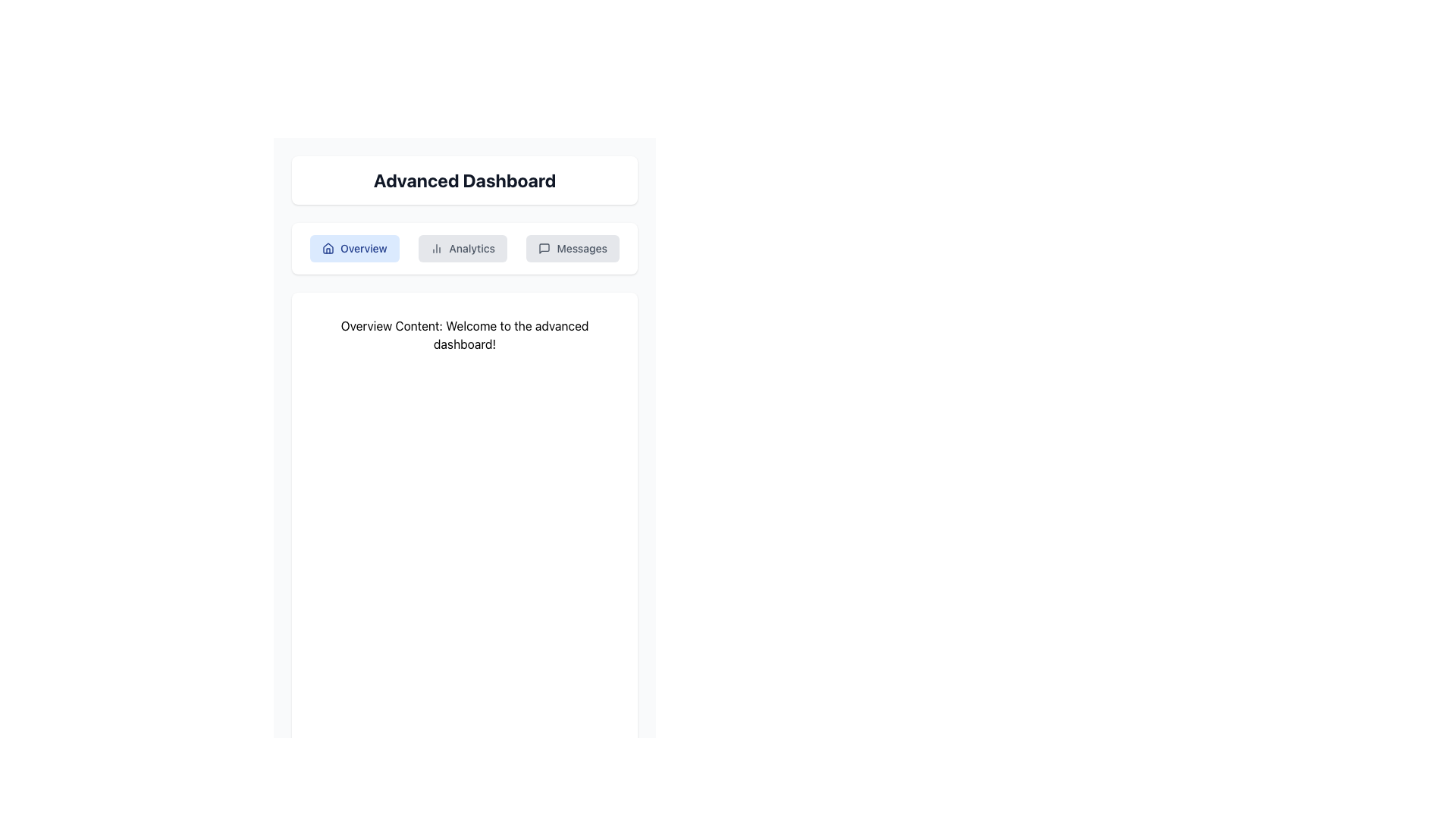  I want to click on the compact icon resembling a bar chart located within the 'Analytics' button, positioned between the 'Overview' and 'Messages' buttons, so click(436, 247).